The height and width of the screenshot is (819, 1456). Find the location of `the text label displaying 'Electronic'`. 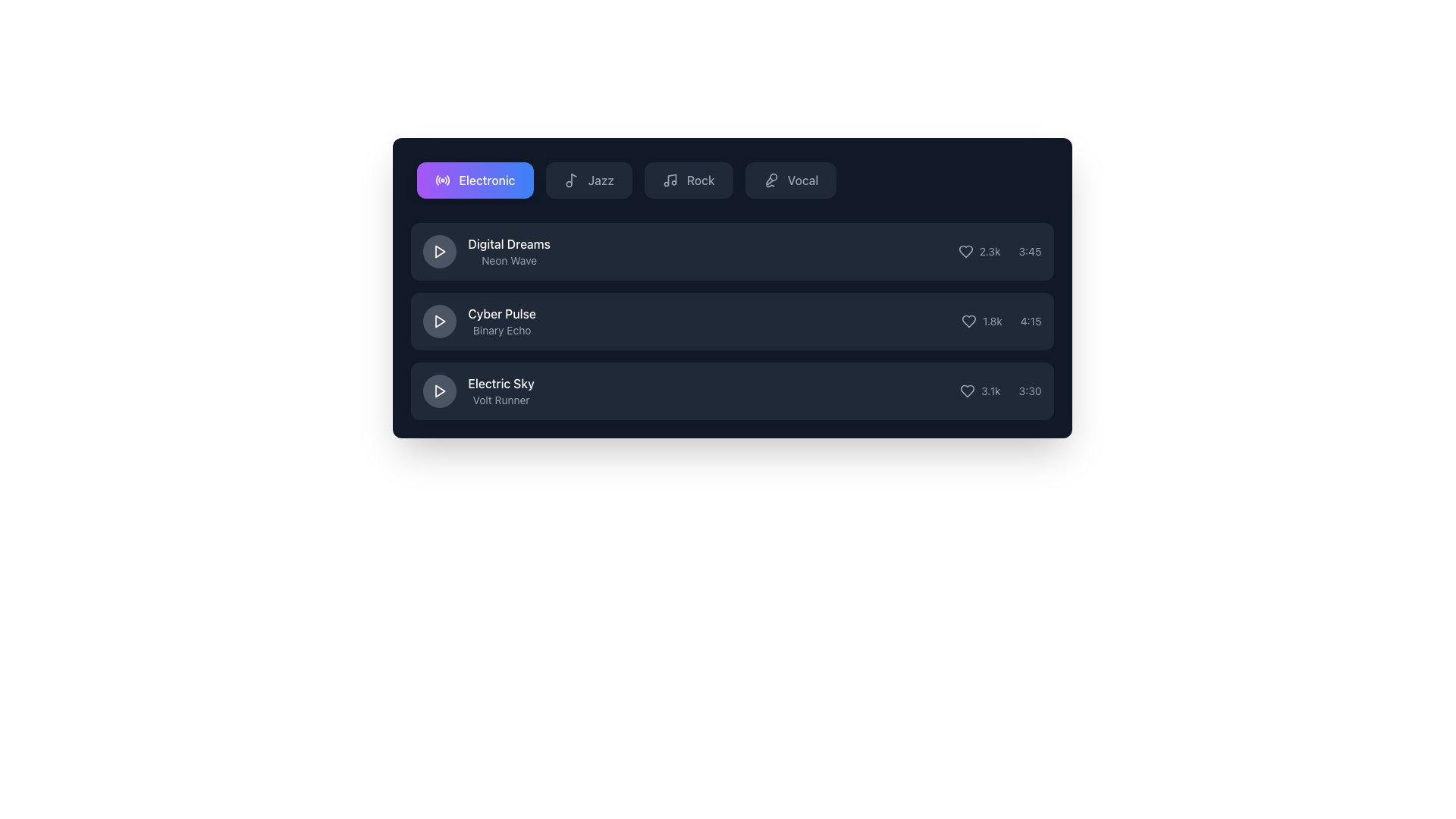

the text label displaying 'Electronic' is located at coordinates (487, 180).